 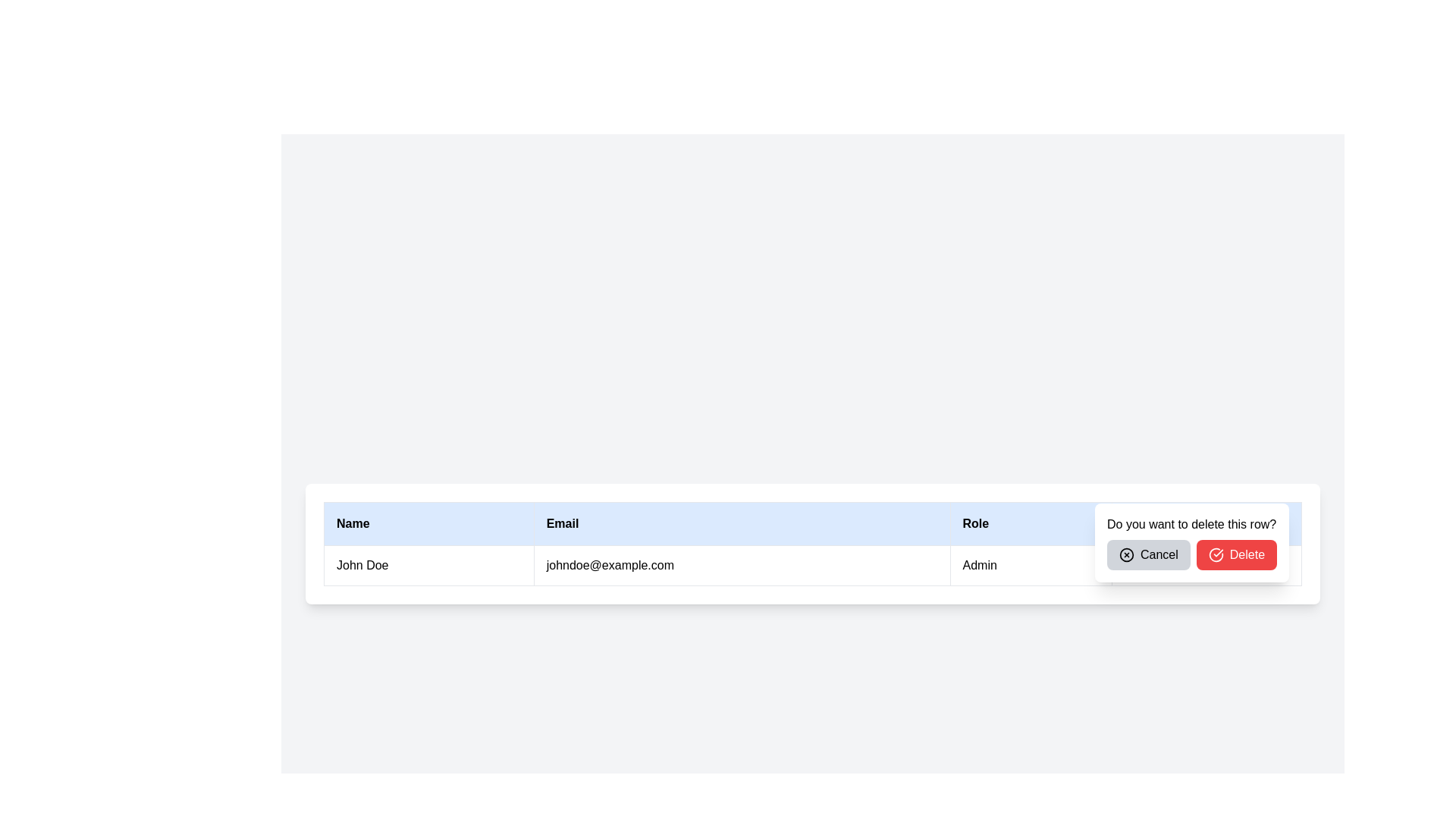 What do you see at coordinates (1127, 554) in the screenshot?
I see `the red 'X' SVG icon indicating a cancel action, which is part of the 'Cancel' button adjacent to the 'Cancel' label in the confirmation popup dialog for deleting a row` at bounding box center [1127, 554].